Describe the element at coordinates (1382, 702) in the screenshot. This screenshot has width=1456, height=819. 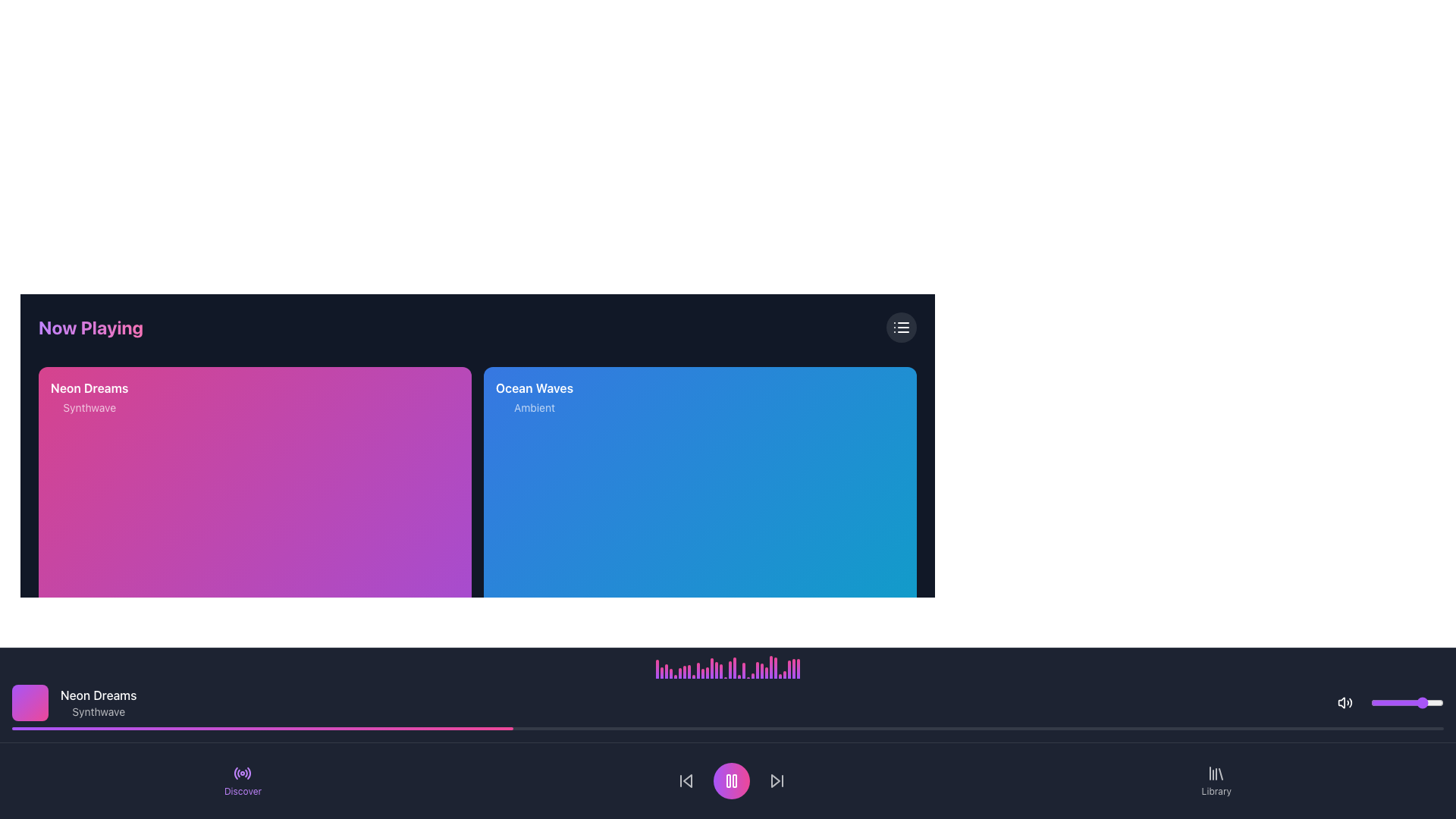
I see `the slider` at that location.